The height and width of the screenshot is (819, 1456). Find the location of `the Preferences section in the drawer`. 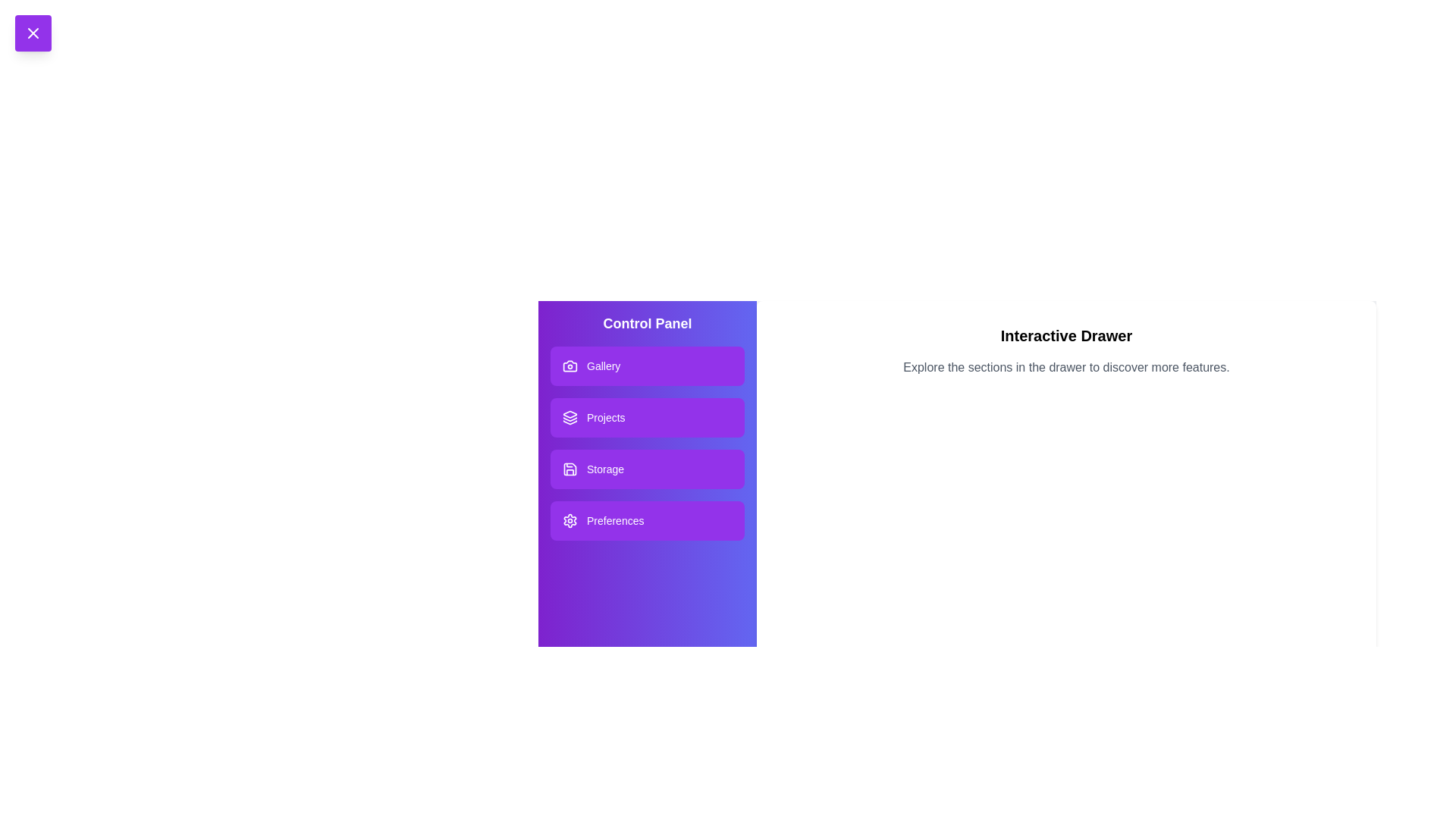

the Preferences section in the drawer is located at coordinates (648, 519).